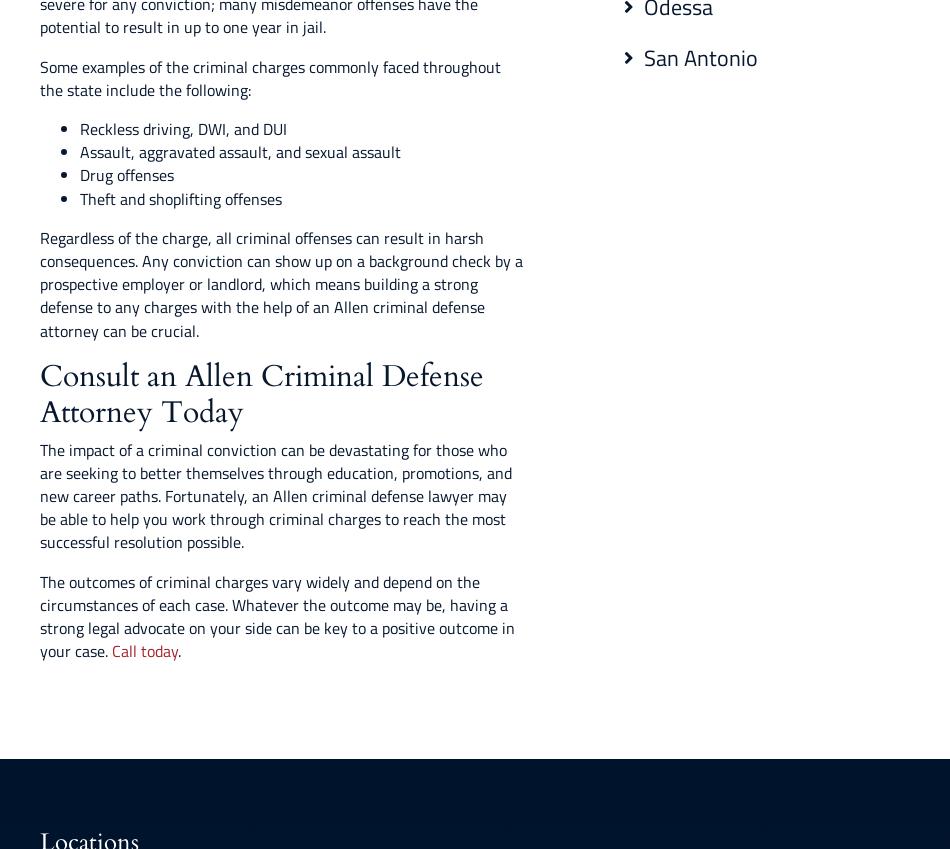 This screenshot has height=849, width=950. What do you see at coordinates (701, 57) in the screenshot?
I see `'San Antonio'` at bounding box center [701, 57].